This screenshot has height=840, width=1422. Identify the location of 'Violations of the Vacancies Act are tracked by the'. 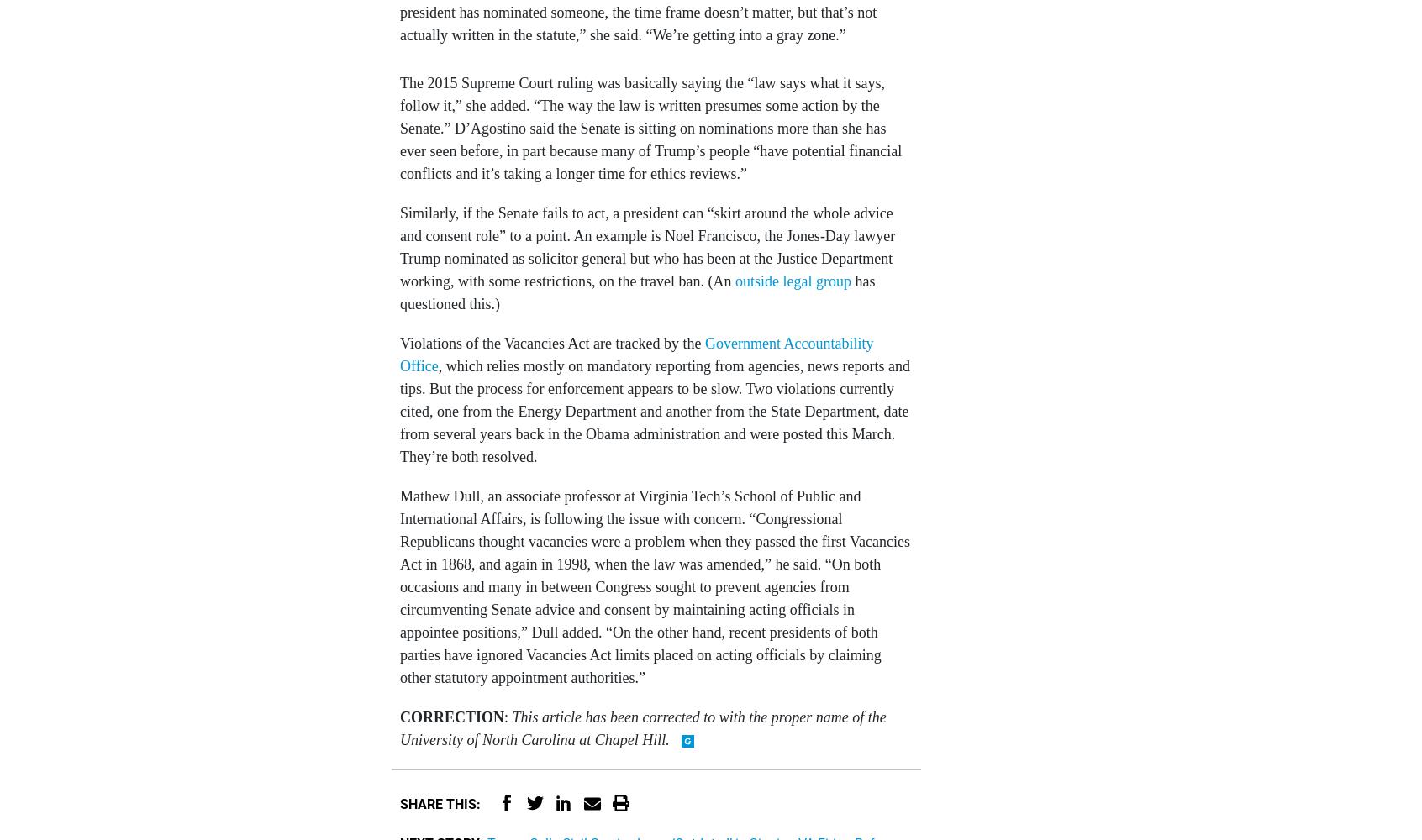
(552, 343).